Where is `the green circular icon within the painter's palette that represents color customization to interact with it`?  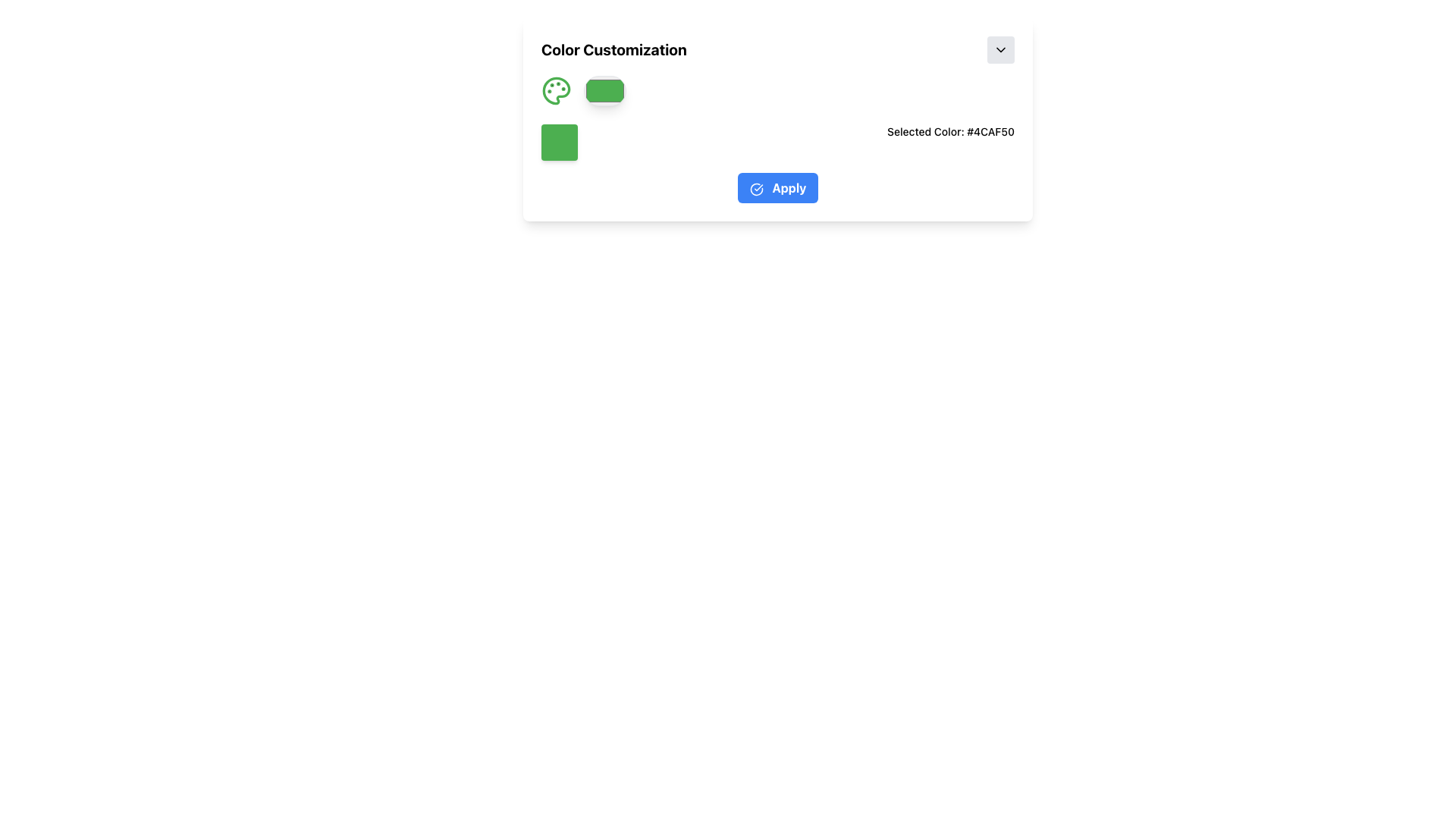
the green circular icon within the painter's palette that represents color customization to interact with it is located at coordinates (556, 90).